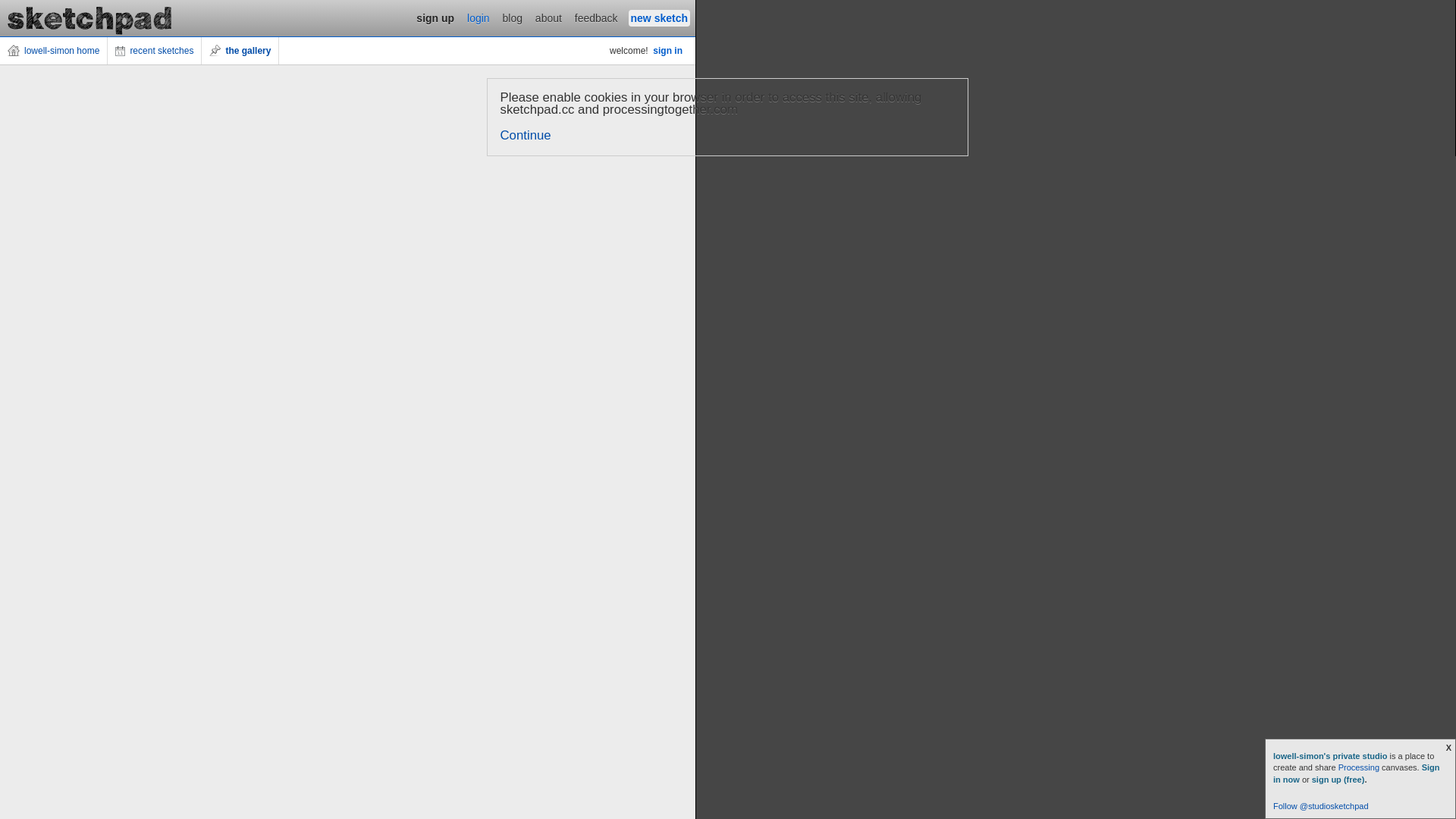 The image size is (1456, 819). I want to click on 'blog', so click(500, 17).